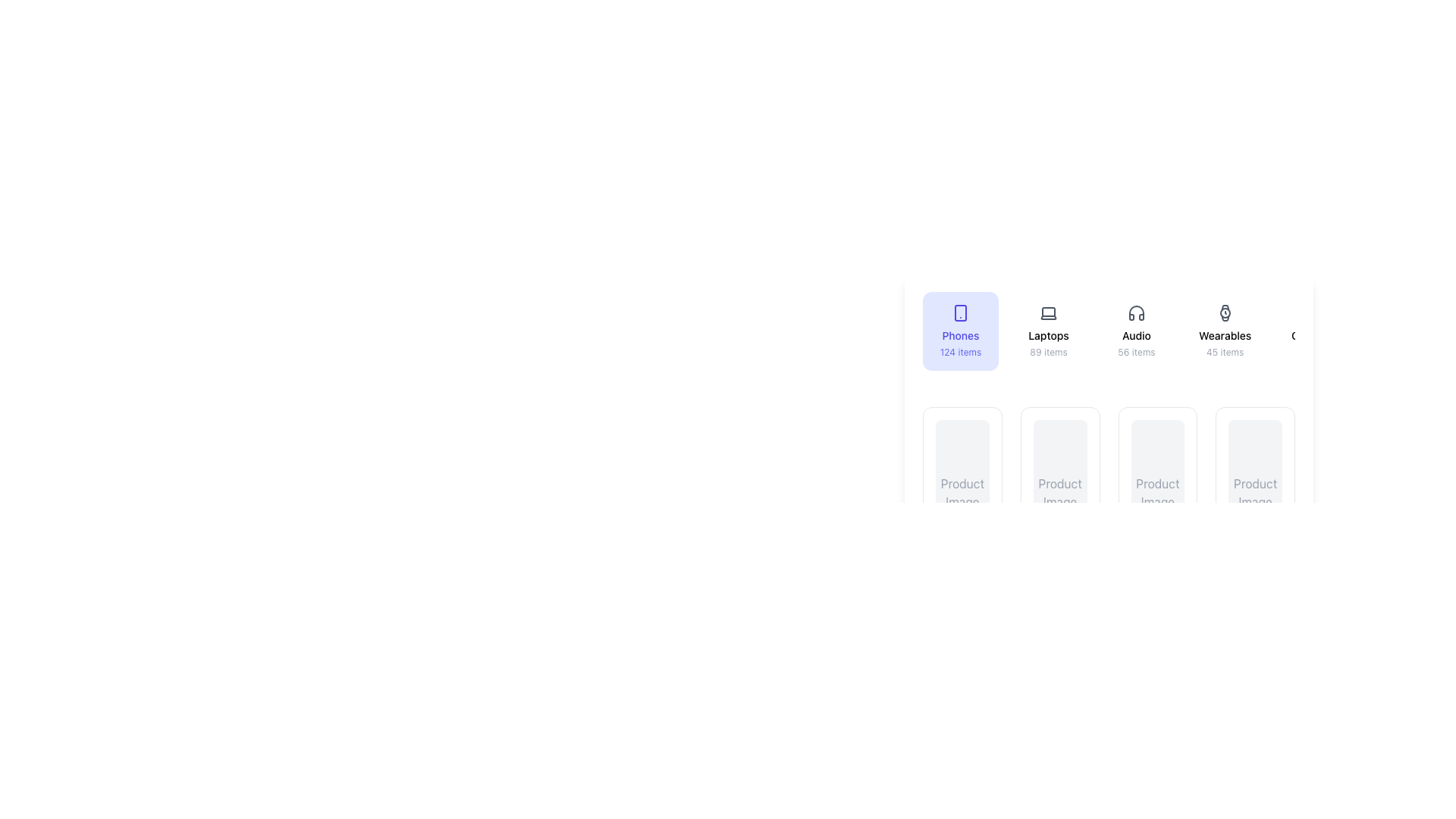  What do you see at coordinates (1059, 493) in the screenshot?
I see `the text label indicating the placeholder for the product image in the second product card of the grid layout` at bounding box center [1059, 493].